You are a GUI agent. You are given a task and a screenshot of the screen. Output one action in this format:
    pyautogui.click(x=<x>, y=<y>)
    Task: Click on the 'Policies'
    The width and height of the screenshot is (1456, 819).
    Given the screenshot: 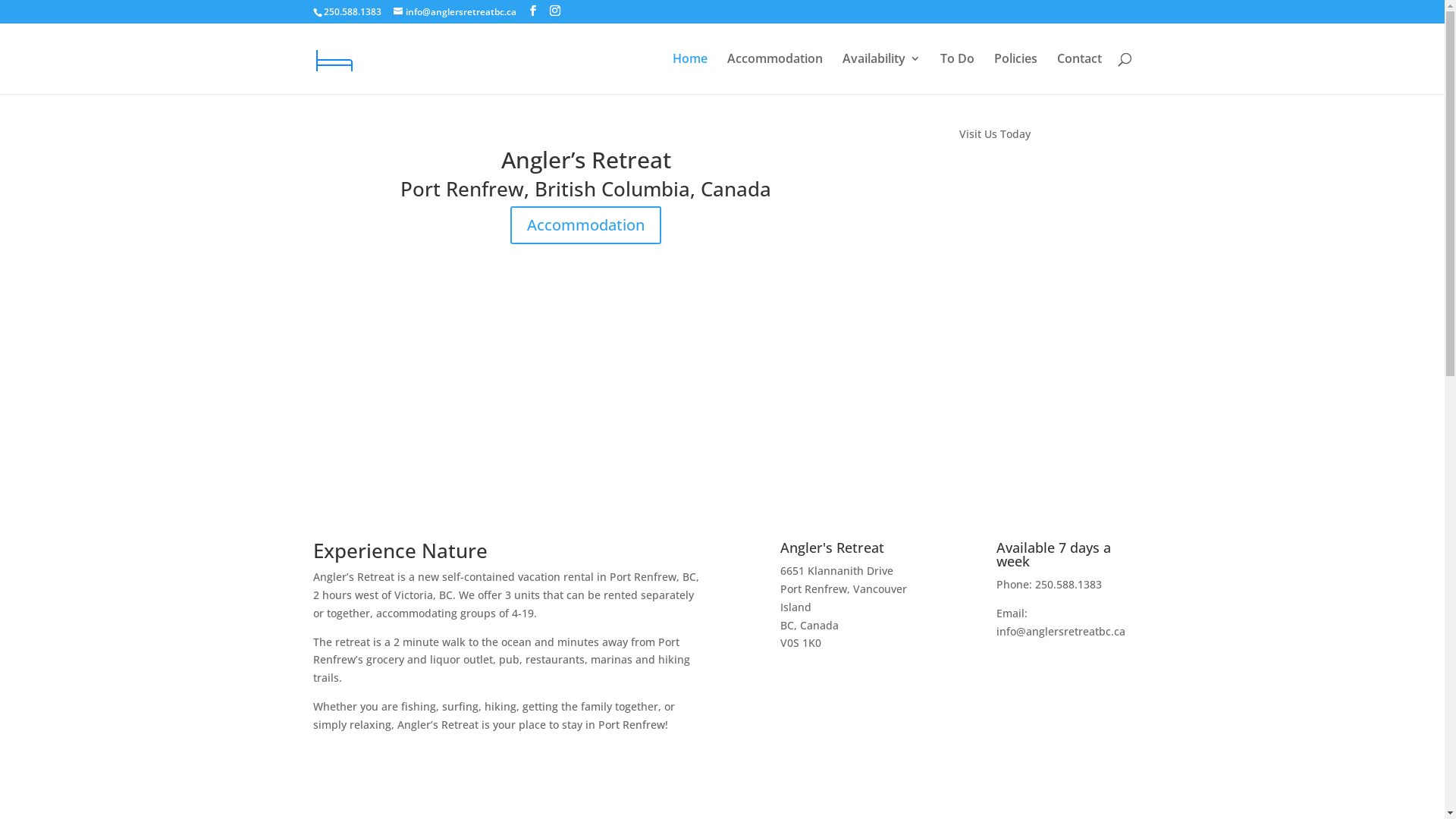 What is the action you would take?
    pyautogui.click(x=1015, y=73)
    